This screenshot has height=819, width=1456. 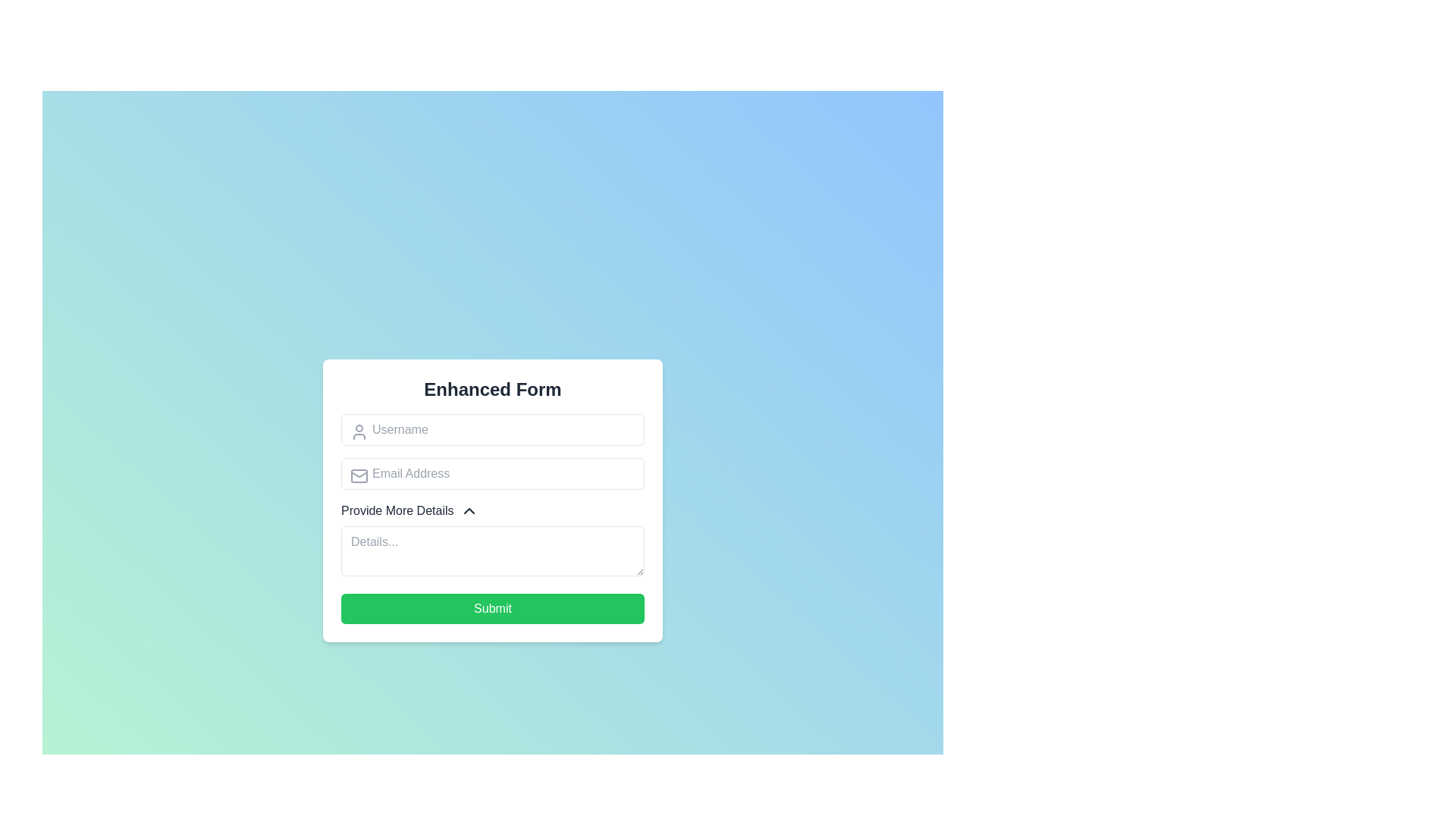 I want to click on the upward-pointing chevron icon that is part of the 'Provide More Details' button, located to the right of the text label, so click(x=468, y=510).